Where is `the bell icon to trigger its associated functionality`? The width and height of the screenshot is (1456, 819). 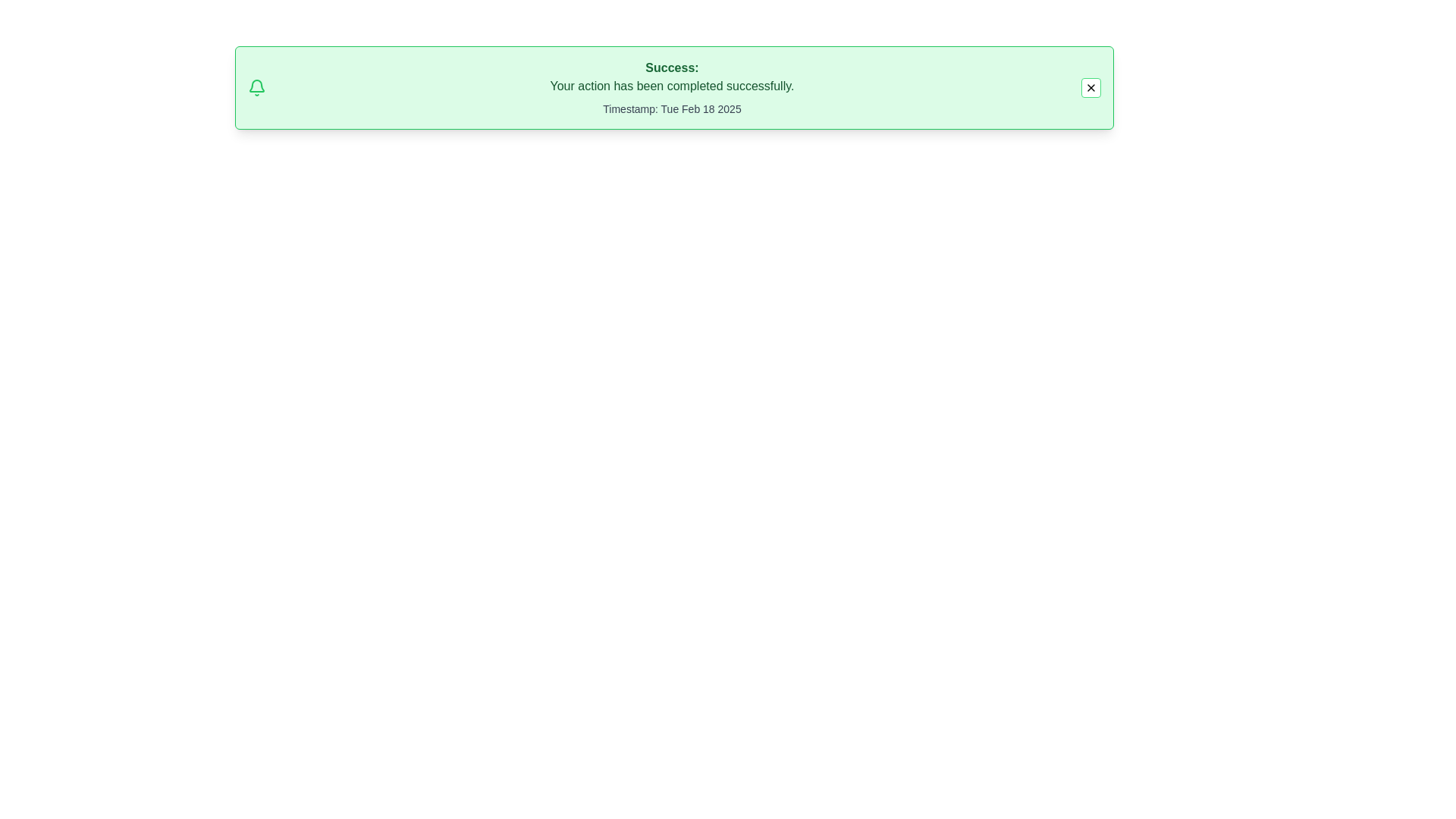 the bell icon to trigger its associated functionality is located at coordinates (257, 87).